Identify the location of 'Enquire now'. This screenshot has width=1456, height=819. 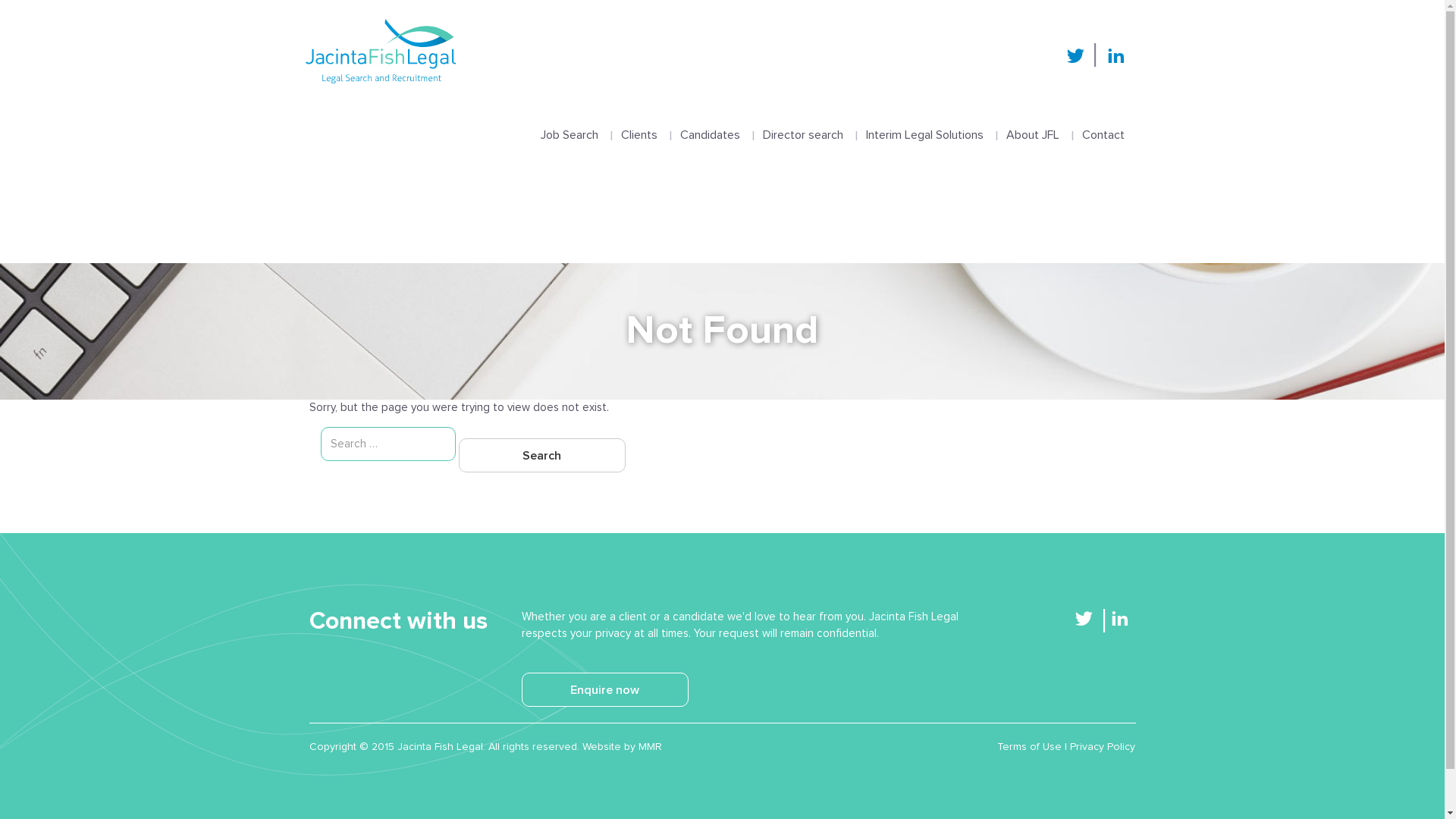
(604, 689).